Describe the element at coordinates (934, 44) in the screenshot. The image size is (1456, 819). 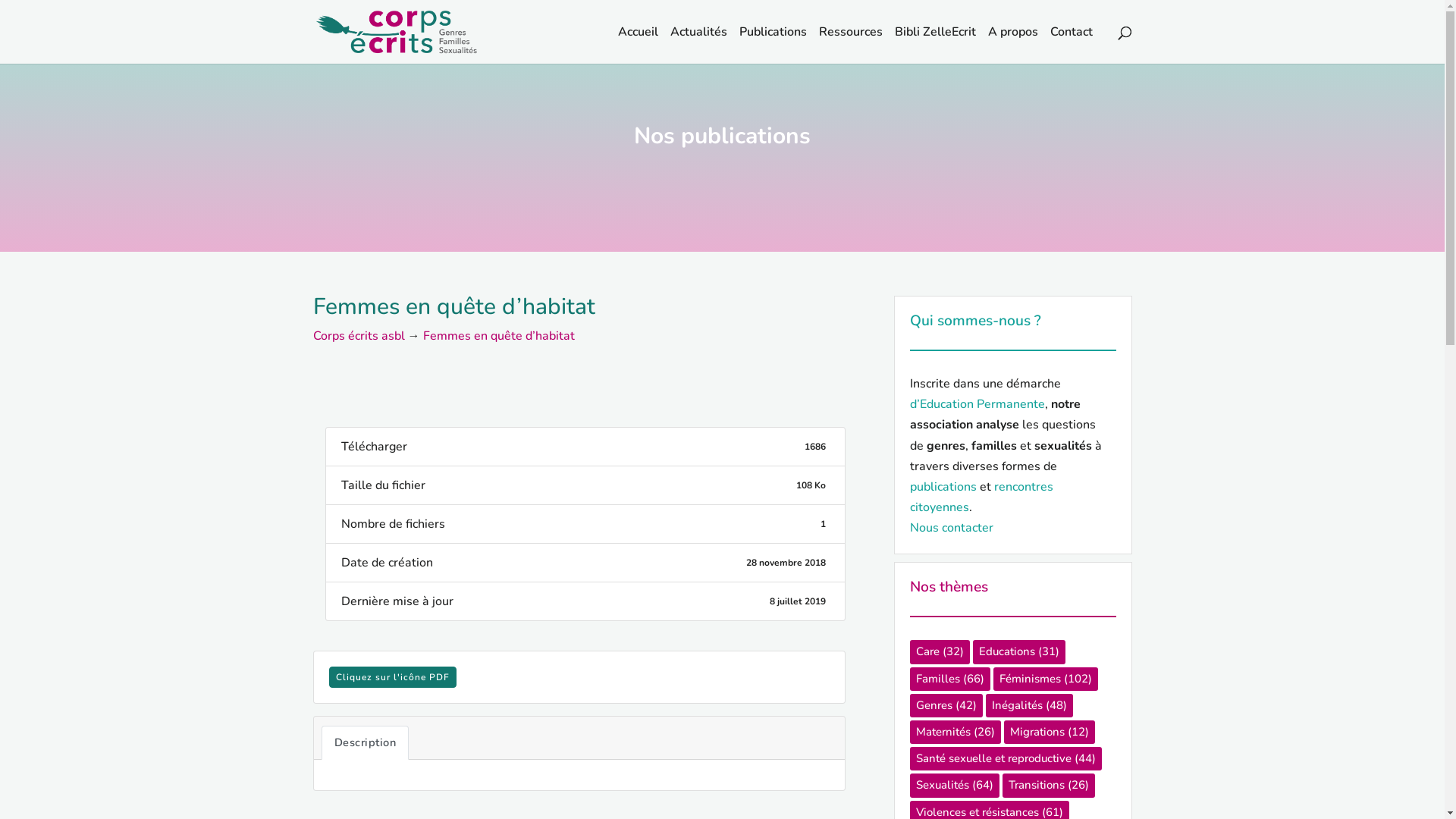
I see `'Bibli ZelleEcrit'` at that location.